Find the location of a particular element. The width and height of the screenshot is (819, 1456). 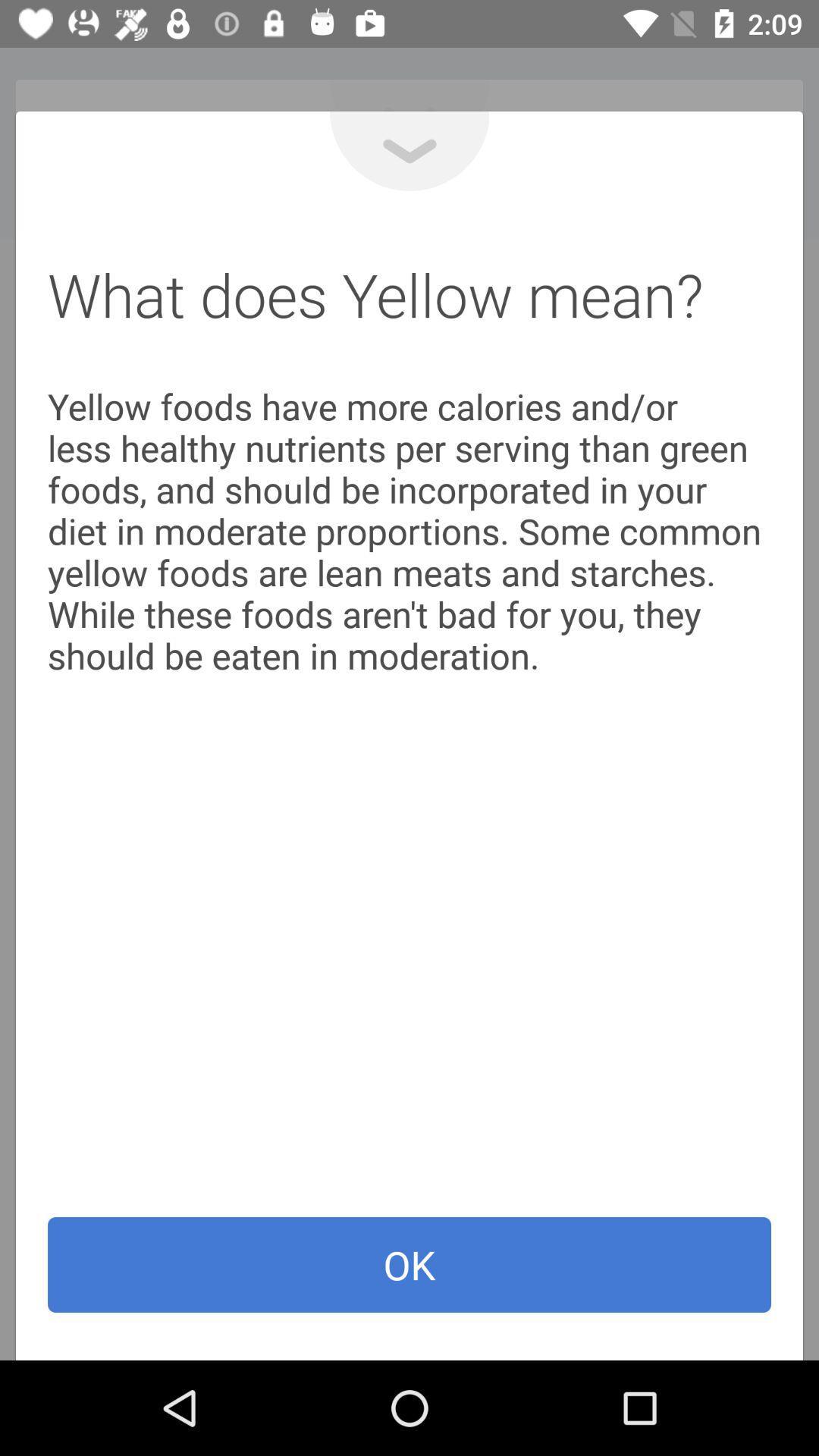

the ok is located at coordinates (409, 1265).